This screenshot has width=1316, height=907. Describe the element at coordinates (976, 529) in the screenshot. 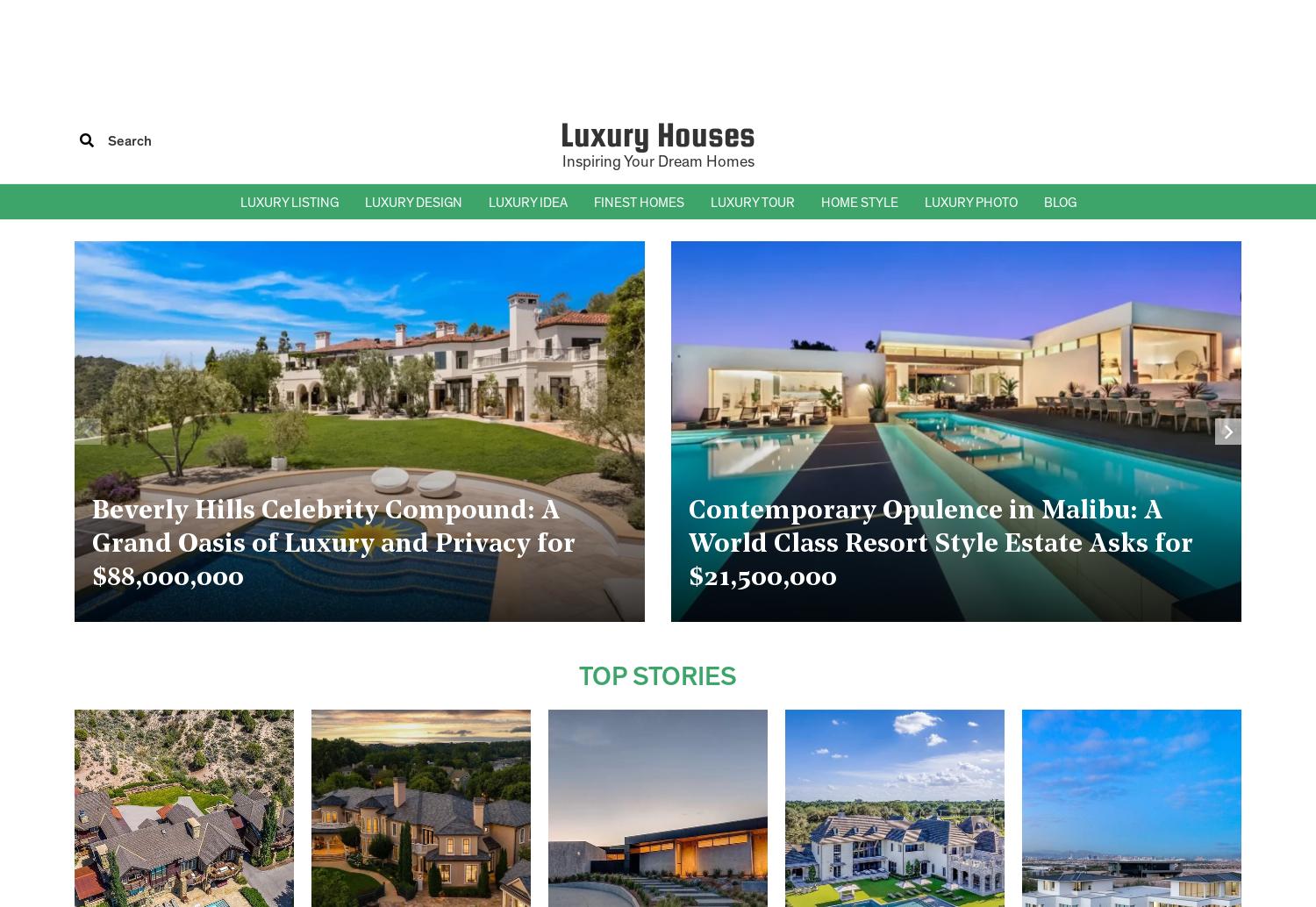

I see `'– Gym Room Photos'` at that location.